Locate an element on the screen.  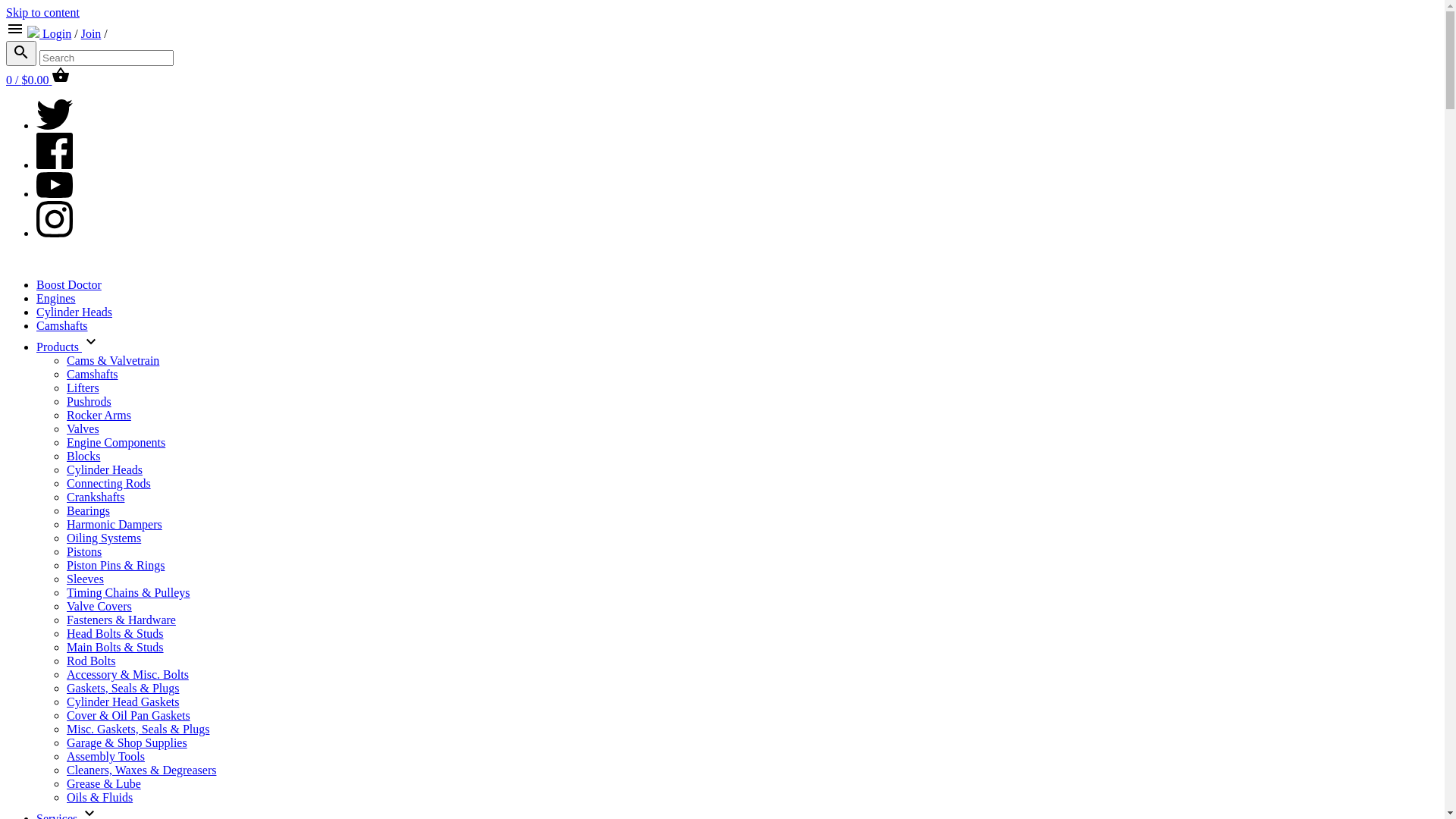
'Search' is located at coordinates (6, 52).